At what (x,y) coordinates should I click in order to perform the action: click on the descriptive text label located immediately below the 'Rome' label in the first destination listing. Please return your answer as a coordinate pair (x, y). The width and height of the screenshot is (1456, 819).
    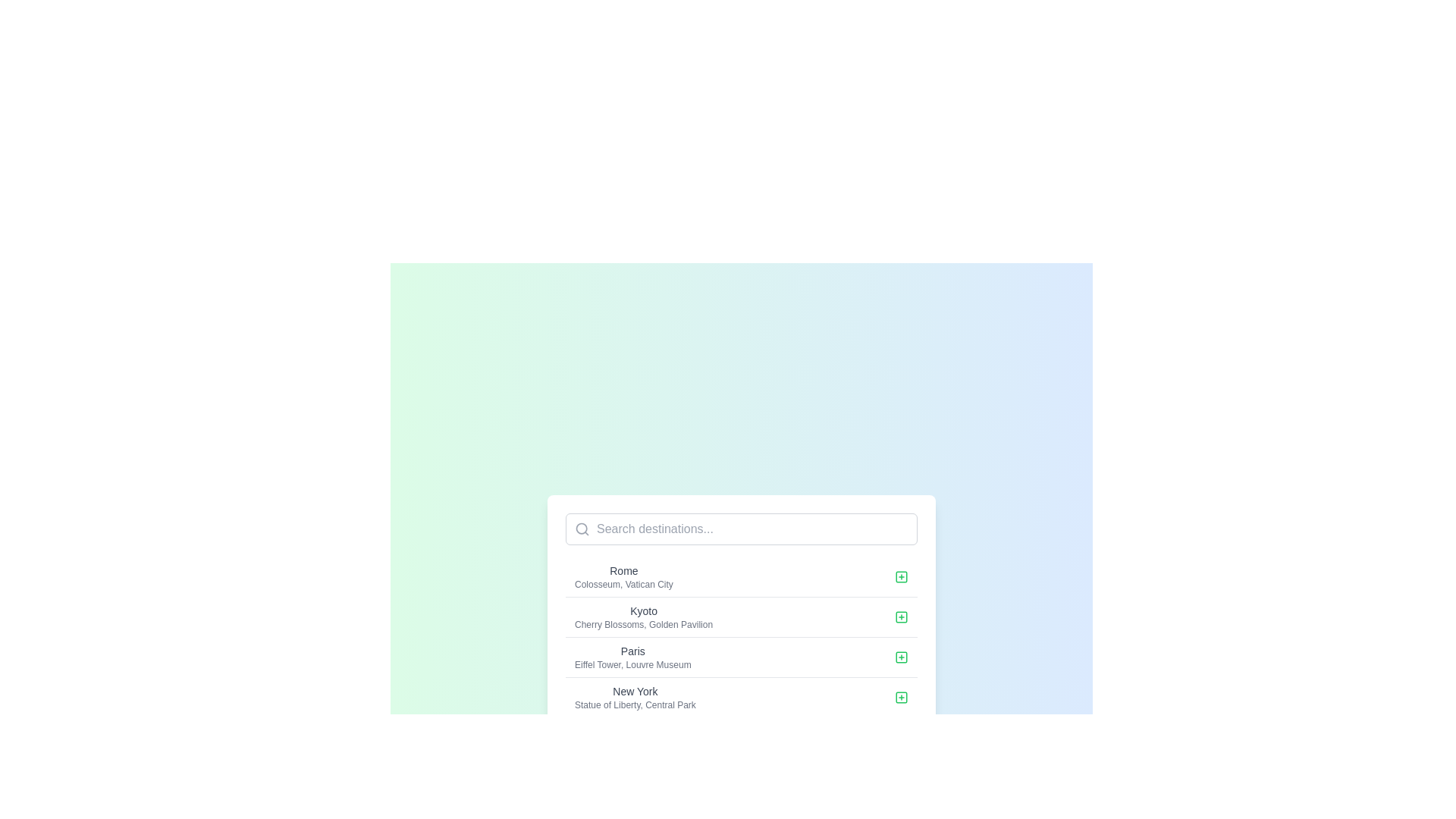
    Looking at the image, I should click on (623, 584).